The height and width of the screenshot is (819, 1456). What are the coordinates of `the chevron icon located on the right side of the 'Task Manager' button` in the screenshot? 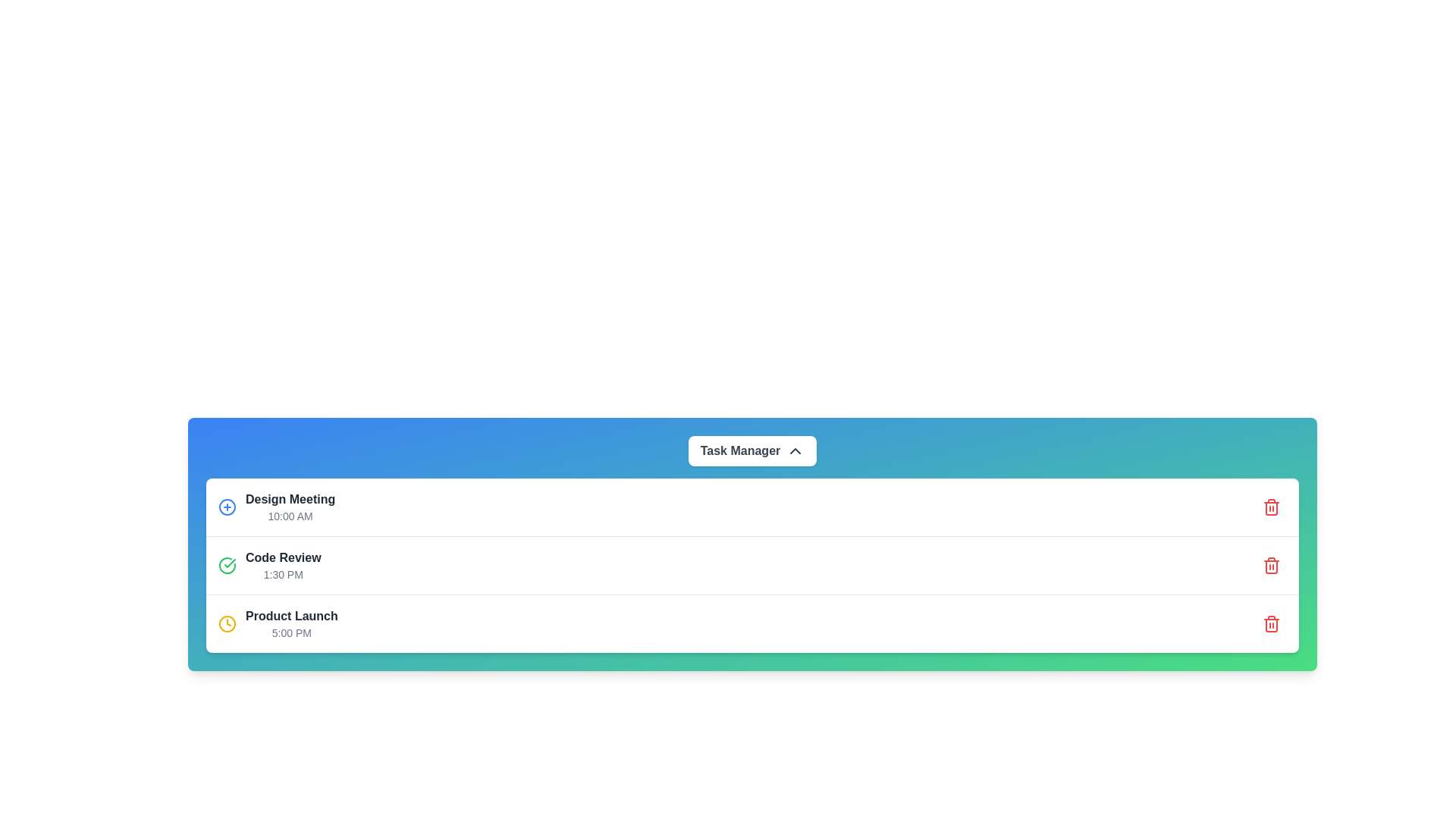 It's located at (795, 450).